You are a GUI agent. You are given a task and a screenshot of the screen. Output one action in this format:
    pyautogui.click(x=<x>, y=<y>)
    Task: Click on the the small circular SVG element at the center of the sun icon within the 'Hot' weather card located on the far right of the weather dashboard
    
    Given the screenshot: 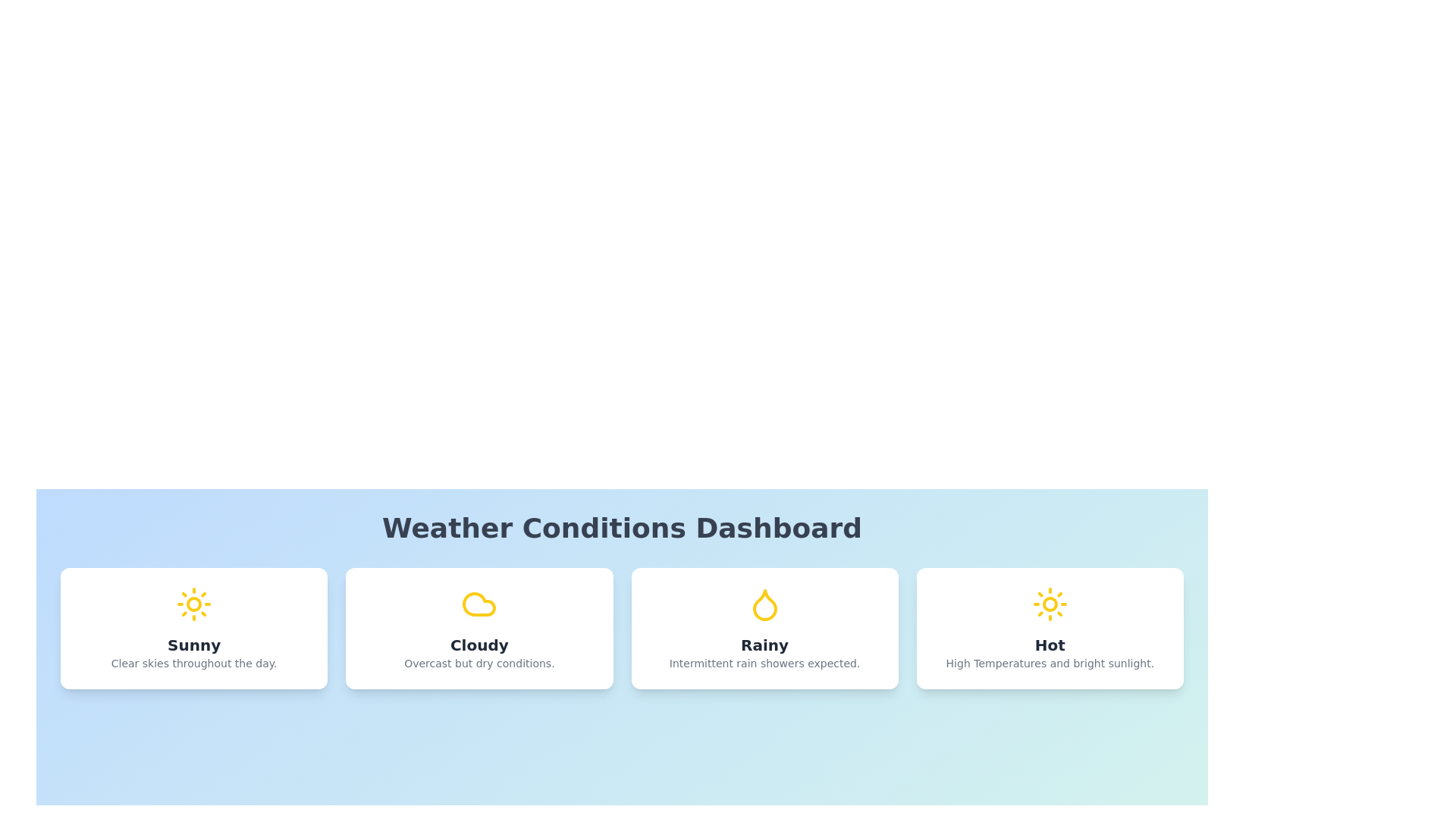 What is the action you would take?
    pyautogui.click(x=1049, y=604)
    